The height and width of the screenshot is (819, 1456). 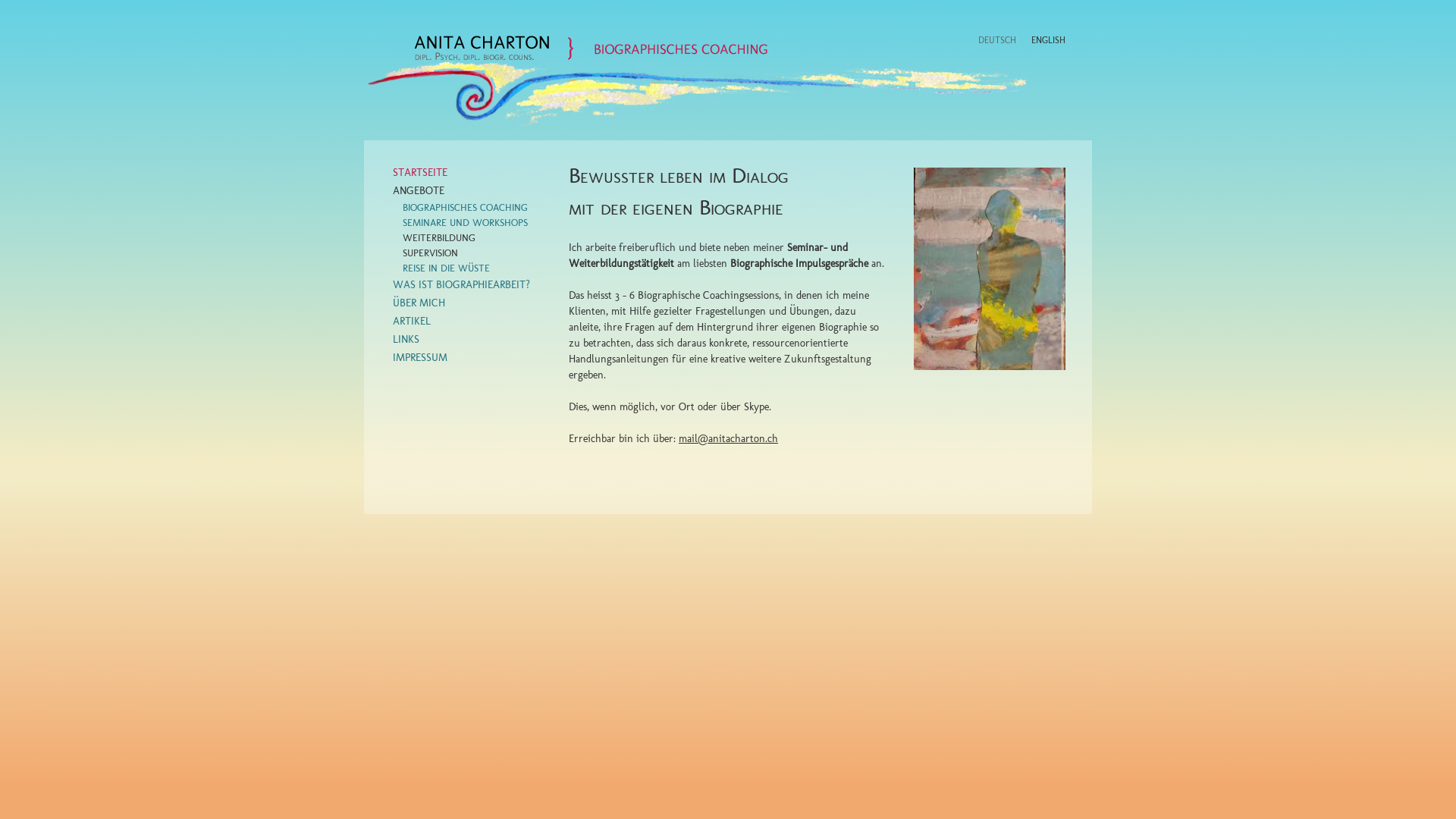 What do you see at coordinates (460, 284) in the screenshot?
I see `'WAS IST BIOGRAPHIEARBEIT?'` at bounding box center [460, 284].